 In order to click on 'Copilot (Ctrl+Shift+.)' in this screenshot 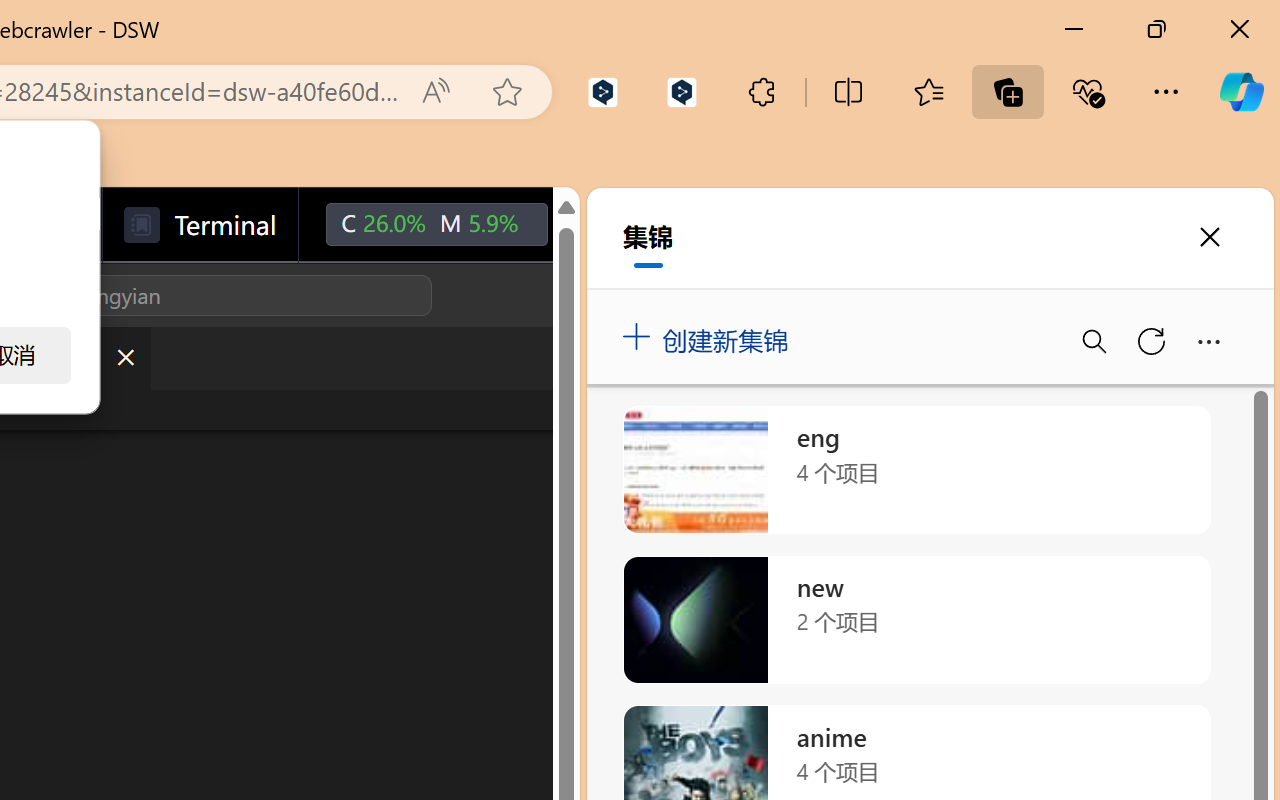, I will do `click(1240, 91)`.